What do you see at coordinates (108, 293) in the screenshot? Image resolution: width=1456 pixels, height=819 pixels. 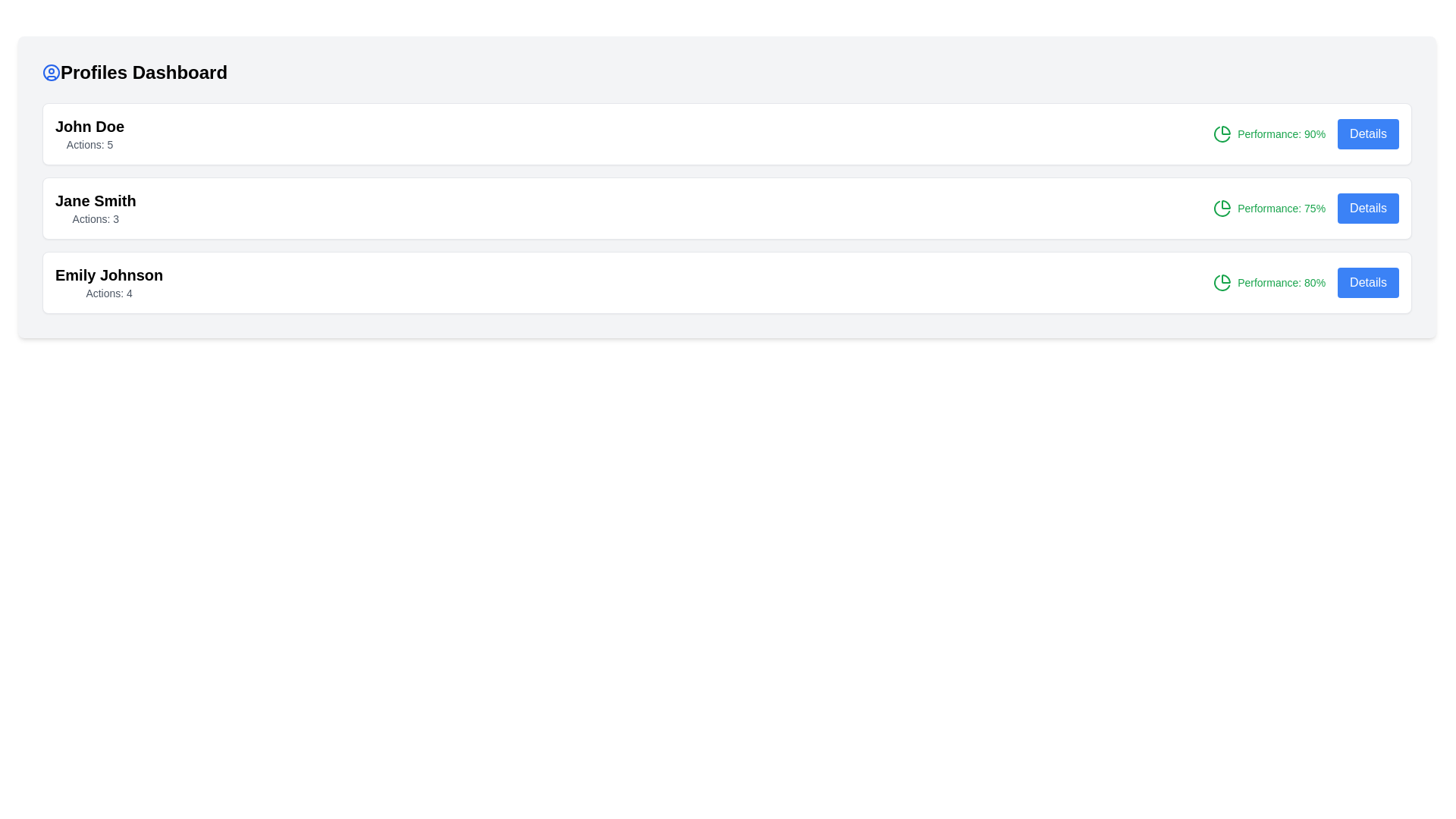 I see `the text display 'Actions: 4', which is styled in small gray text and located below 'Emily Johnson' in the third section of the profiles list` at bounding box center [108, 293].